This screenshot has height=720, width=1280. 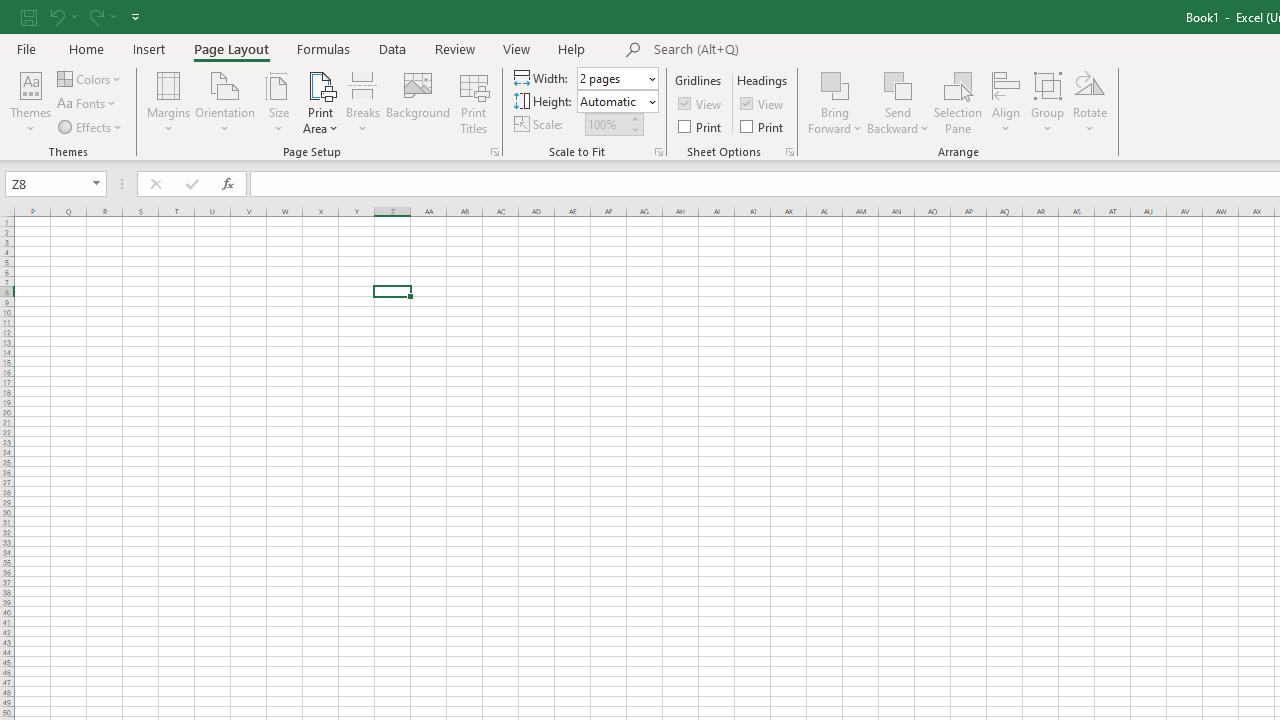 I want to click on 'Bring Forward', so click(x=835, y=103).